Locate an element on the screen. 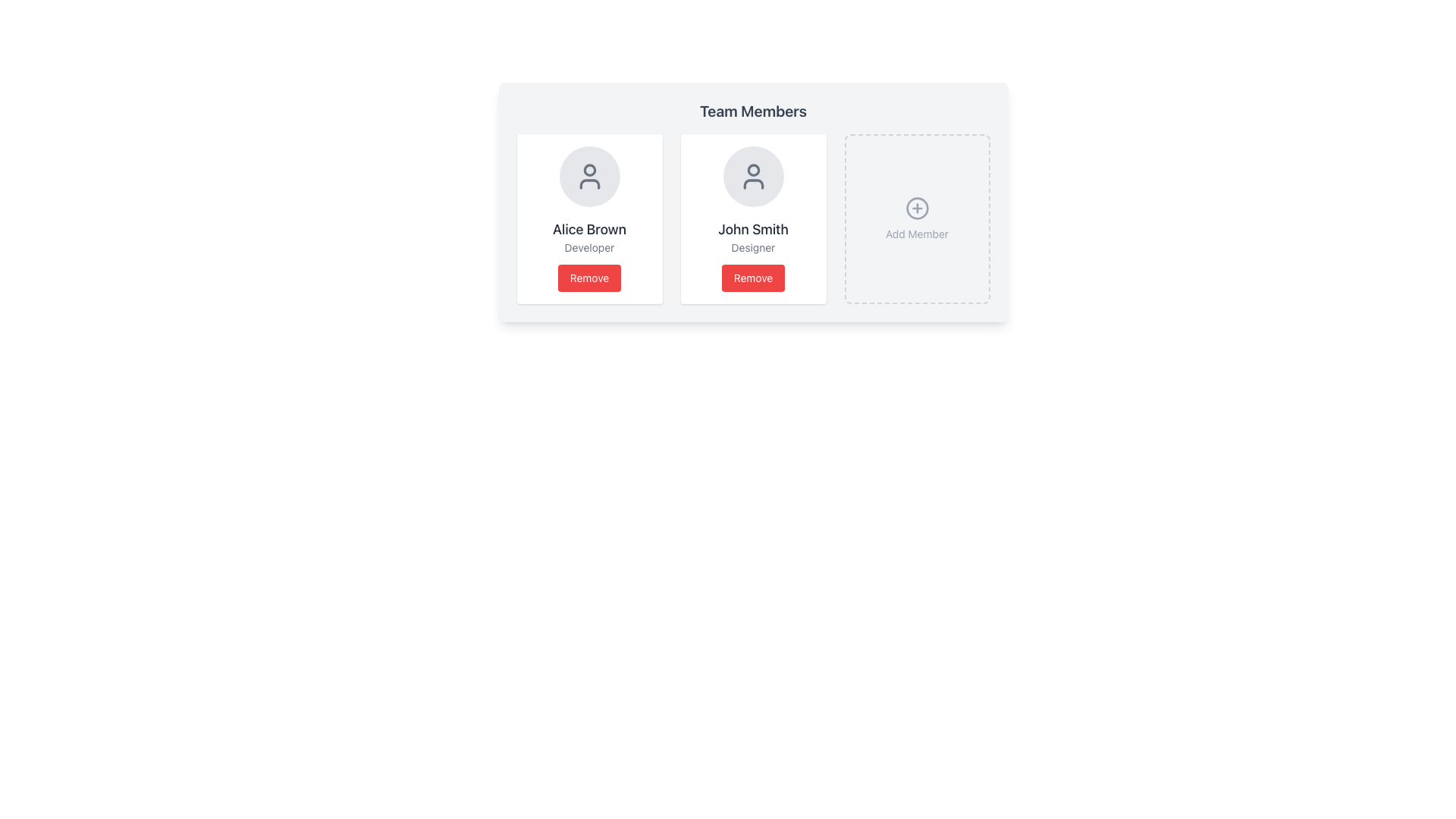  the circular user avatar icon located above the text 'Alice Brown' and 'Developer' in the leftmost user card of the 'Team Members' section is located at coordinates (588, 170).